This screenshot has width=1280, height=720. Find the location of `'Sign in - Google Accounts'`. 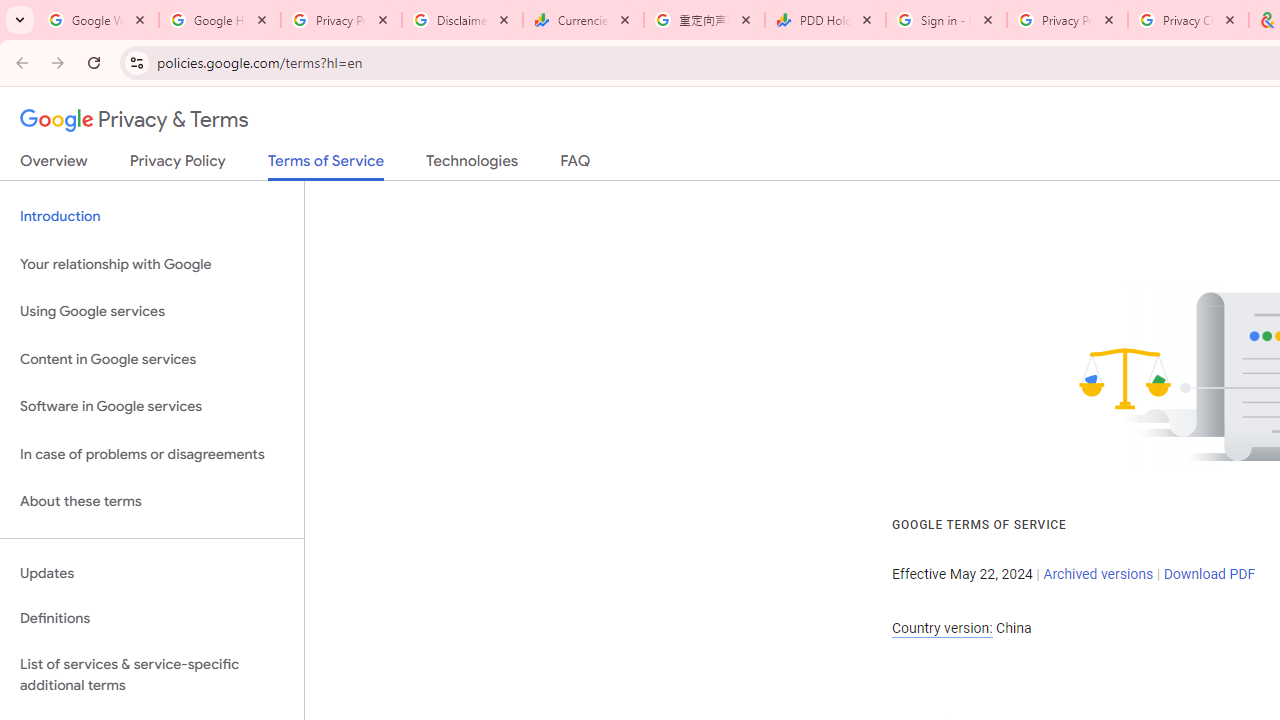

'Sign in - Google Accounts' is located at coordinates (945, 20).